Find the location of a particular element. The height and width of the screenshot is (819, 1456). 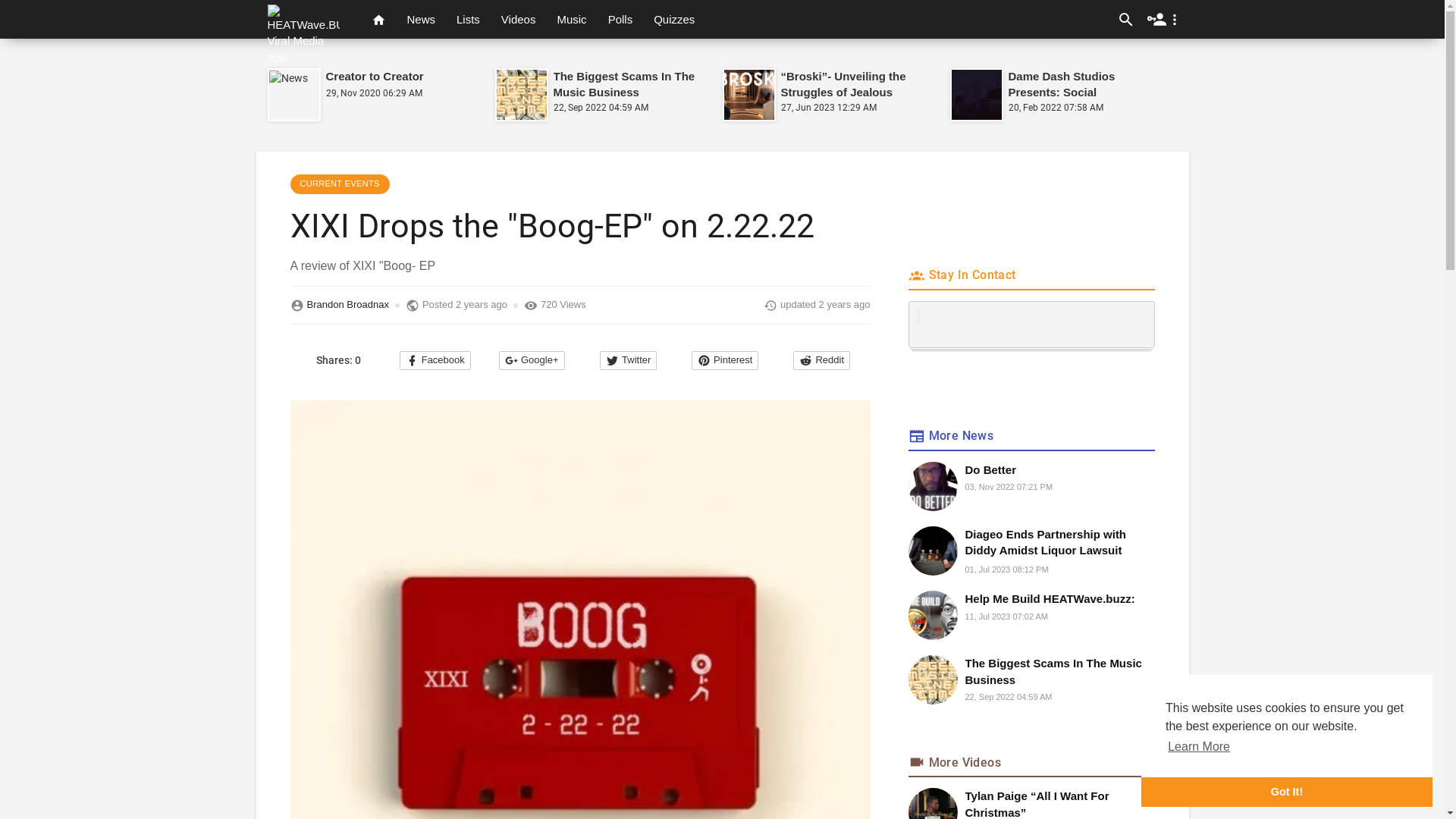

'Polls' is located at coordinates (620, 19).